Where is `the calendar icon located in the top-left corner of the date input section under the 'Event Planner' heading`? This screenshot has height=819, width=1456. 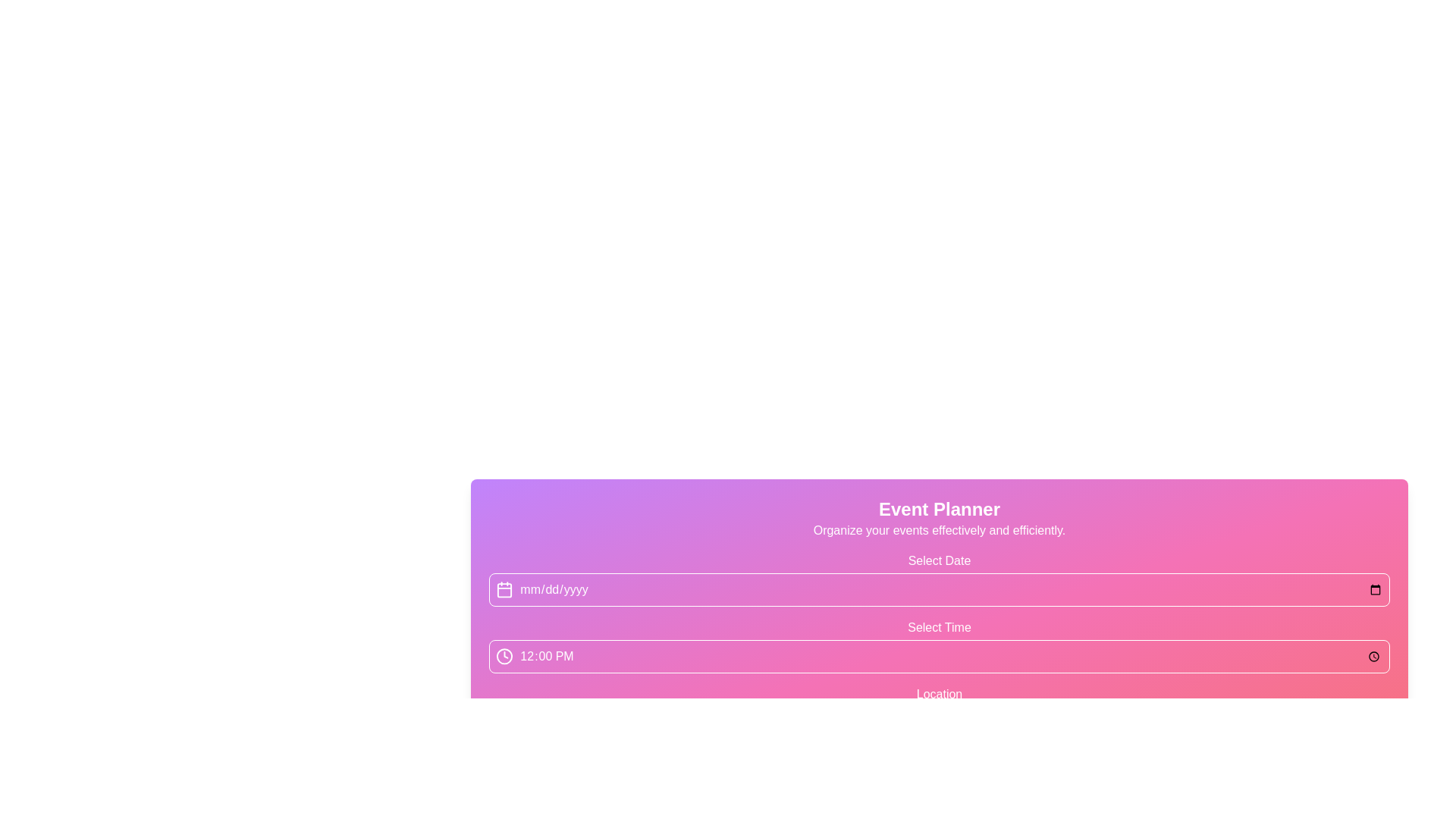 the calendar icon located in the top-left corner of the date input section under the 'Event Planner' heading is located at coordinates (504, 589).